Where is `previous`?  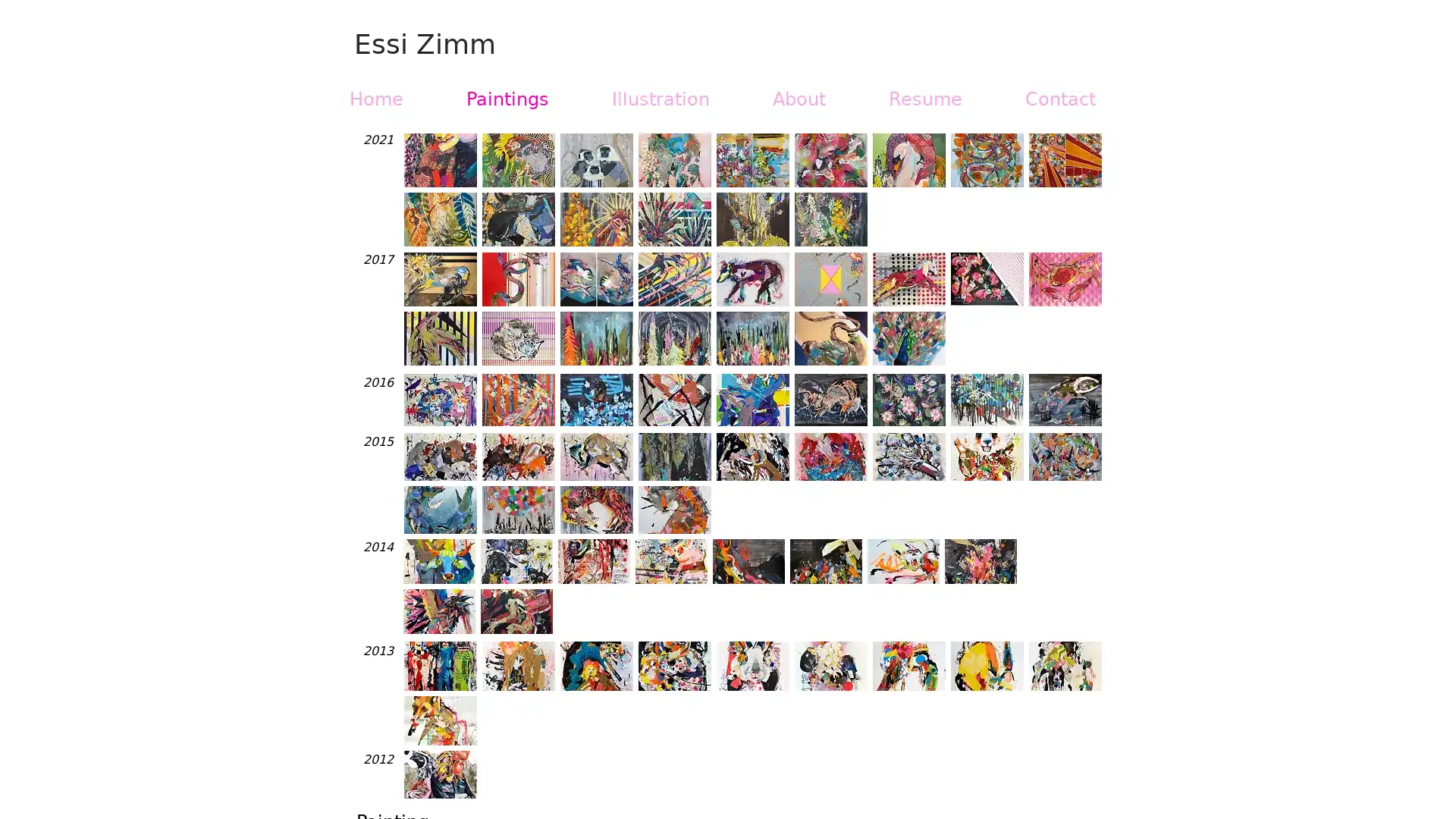
previous is located at coordinates (435, 413).